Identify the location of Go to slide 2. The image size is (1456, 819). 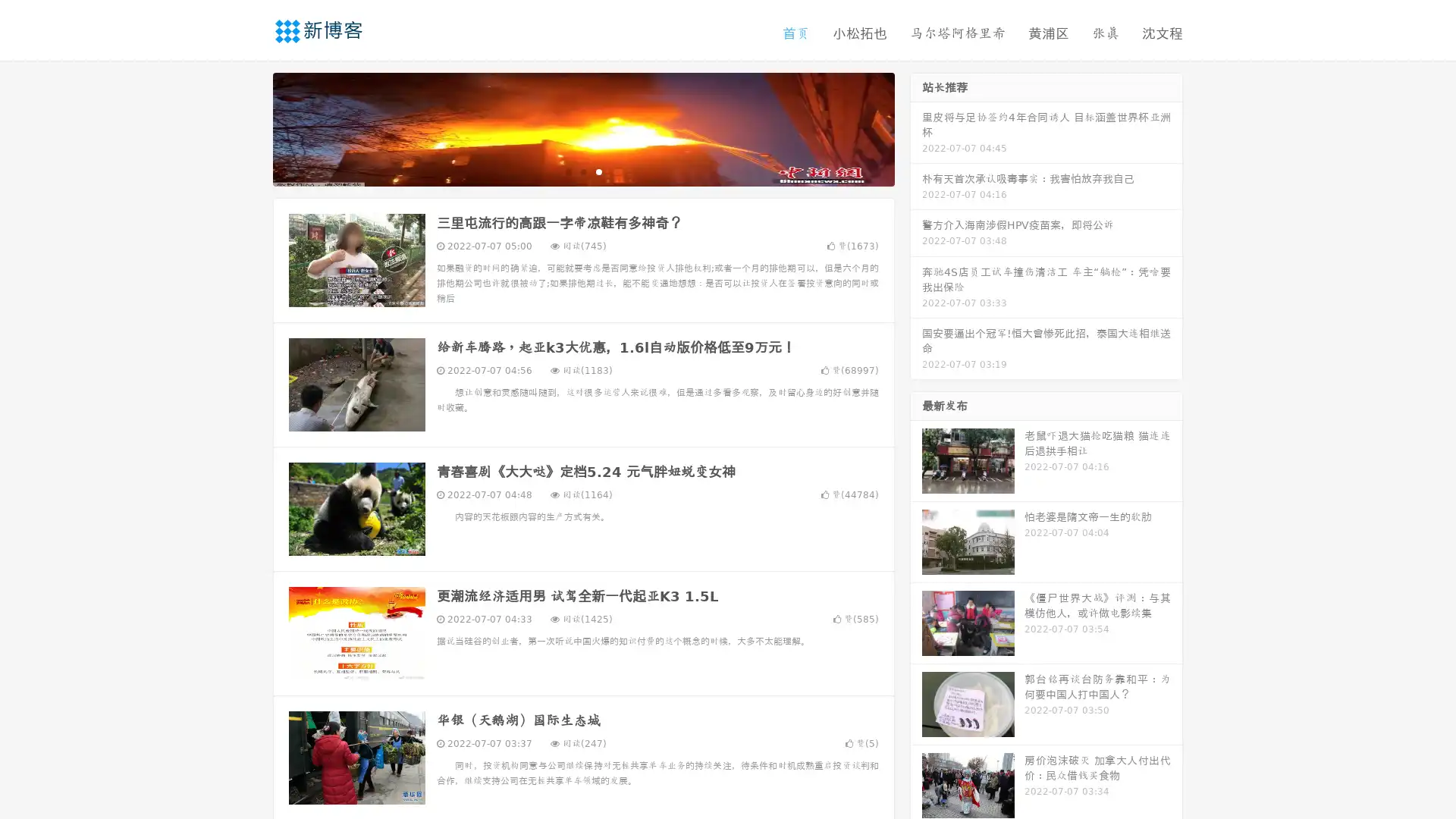
(582, 171).